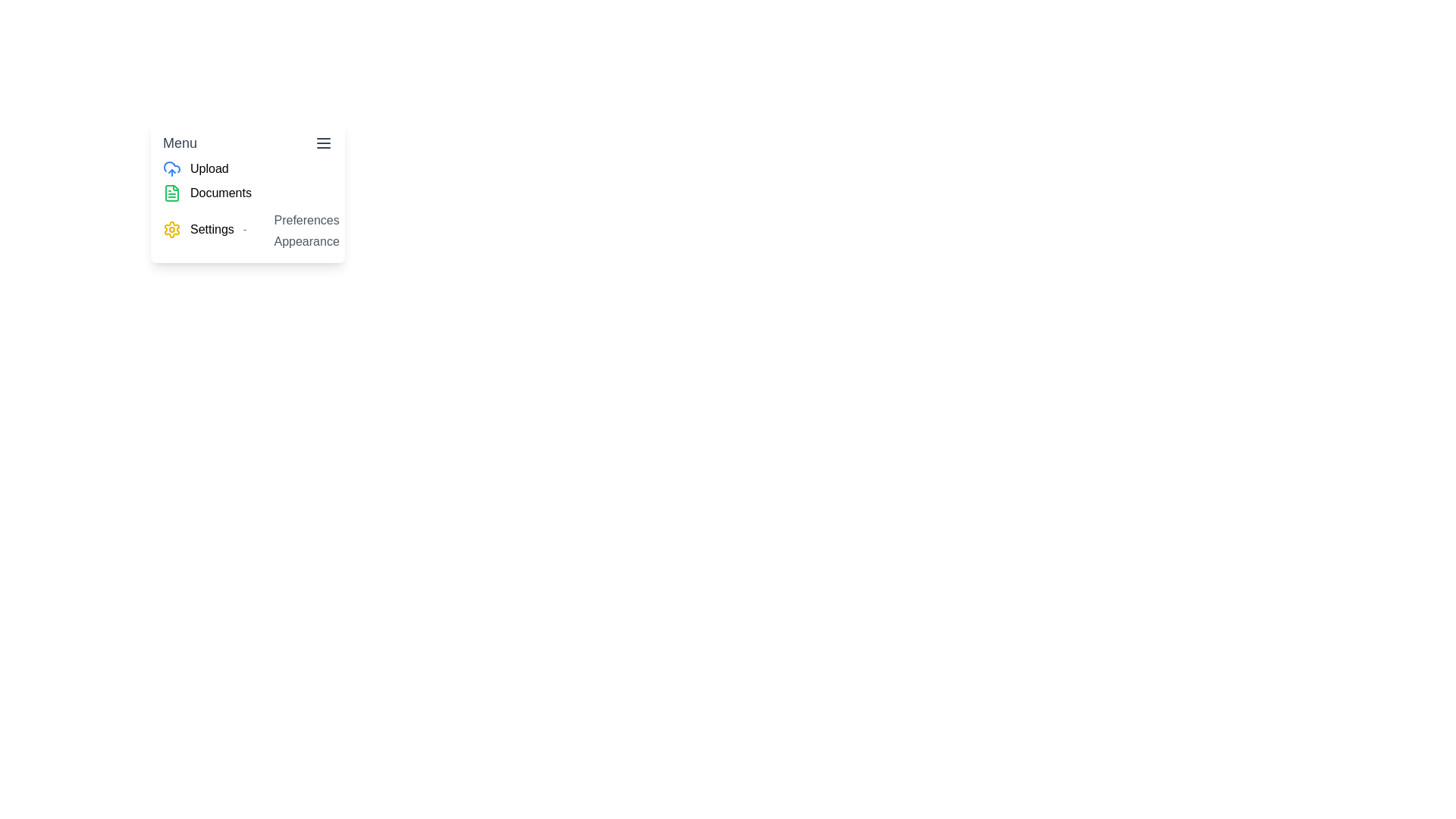  I want to click on the settings menu item located in the left section of the vertical menu, which is the third option after 'Upload' and 'Documents', so click(247, 230).